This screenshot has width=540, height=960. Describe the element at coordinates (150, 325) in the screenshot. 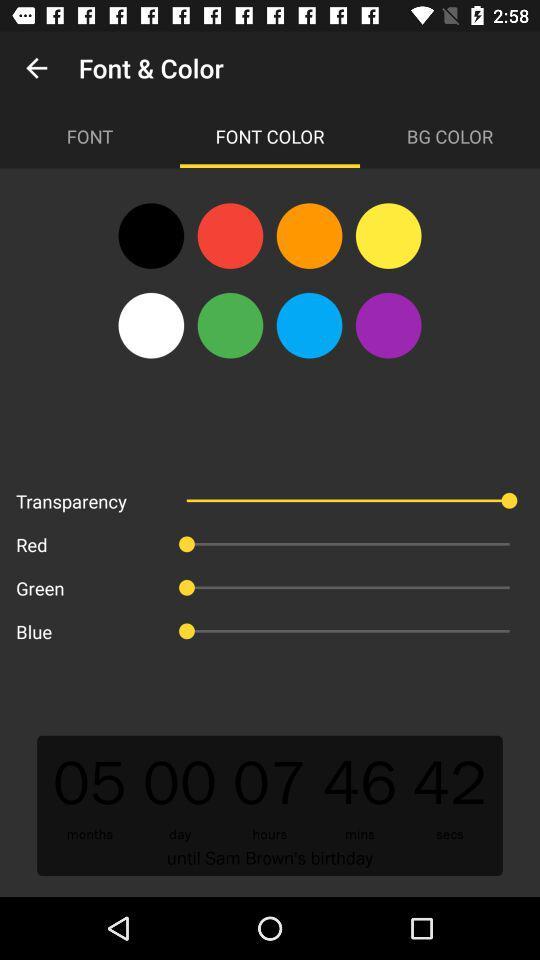

I see `the icon above the transparency item` at that location.